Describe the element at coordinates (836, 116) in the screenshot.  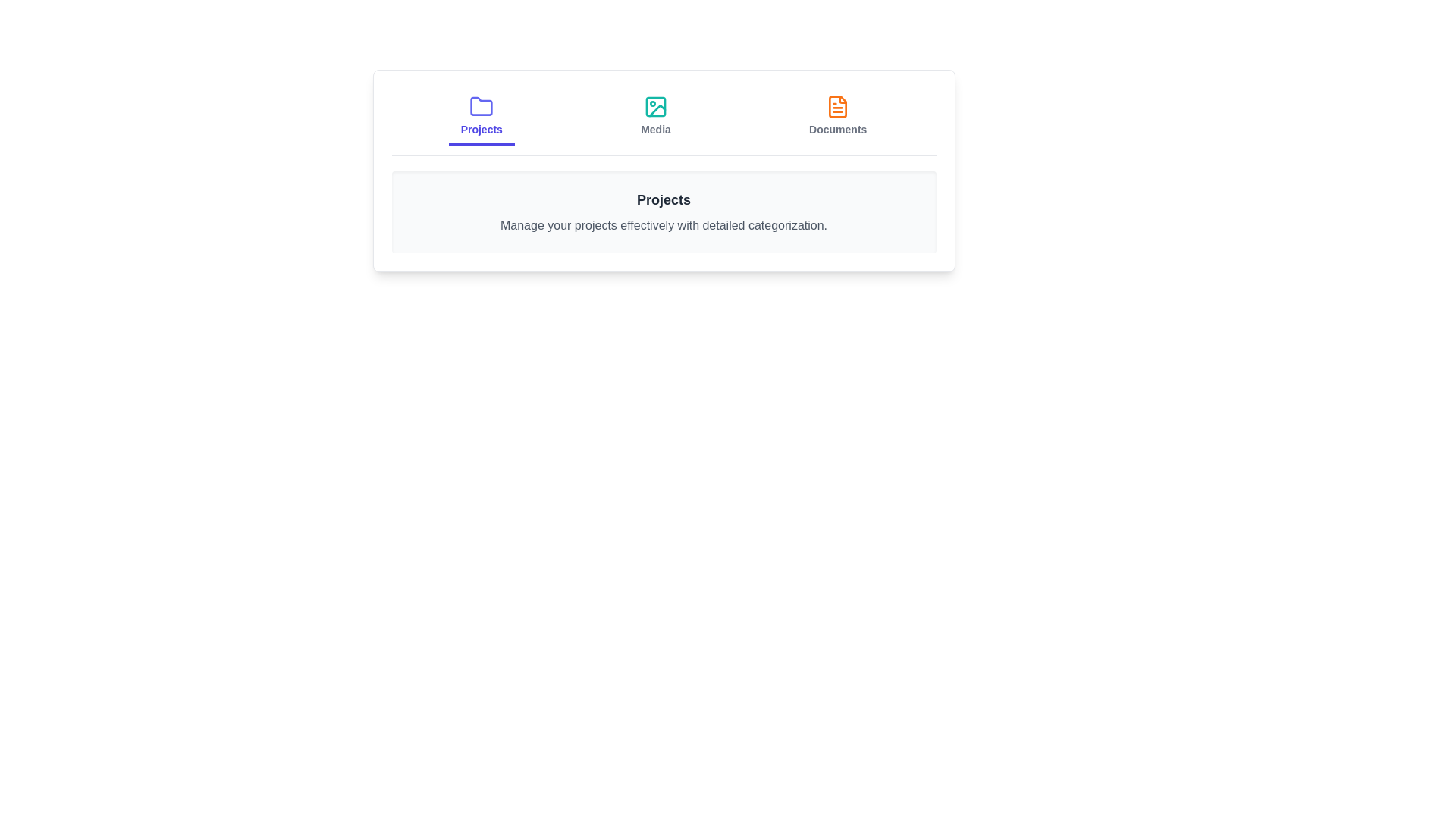
I see `the Documents tab by clicking on it` at that location.